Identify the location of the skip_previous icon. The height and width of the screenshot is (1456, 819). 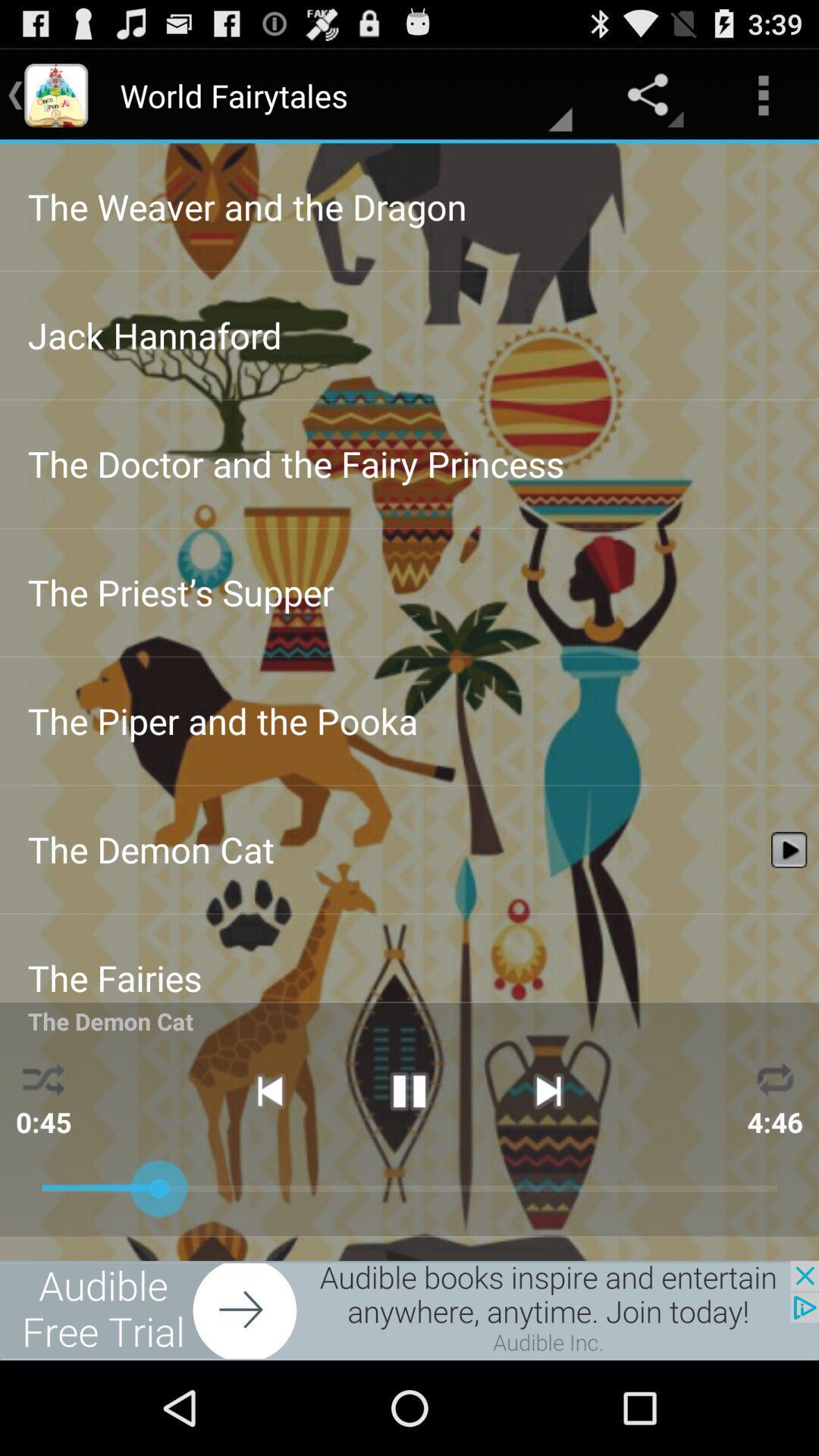
(268, 1166).